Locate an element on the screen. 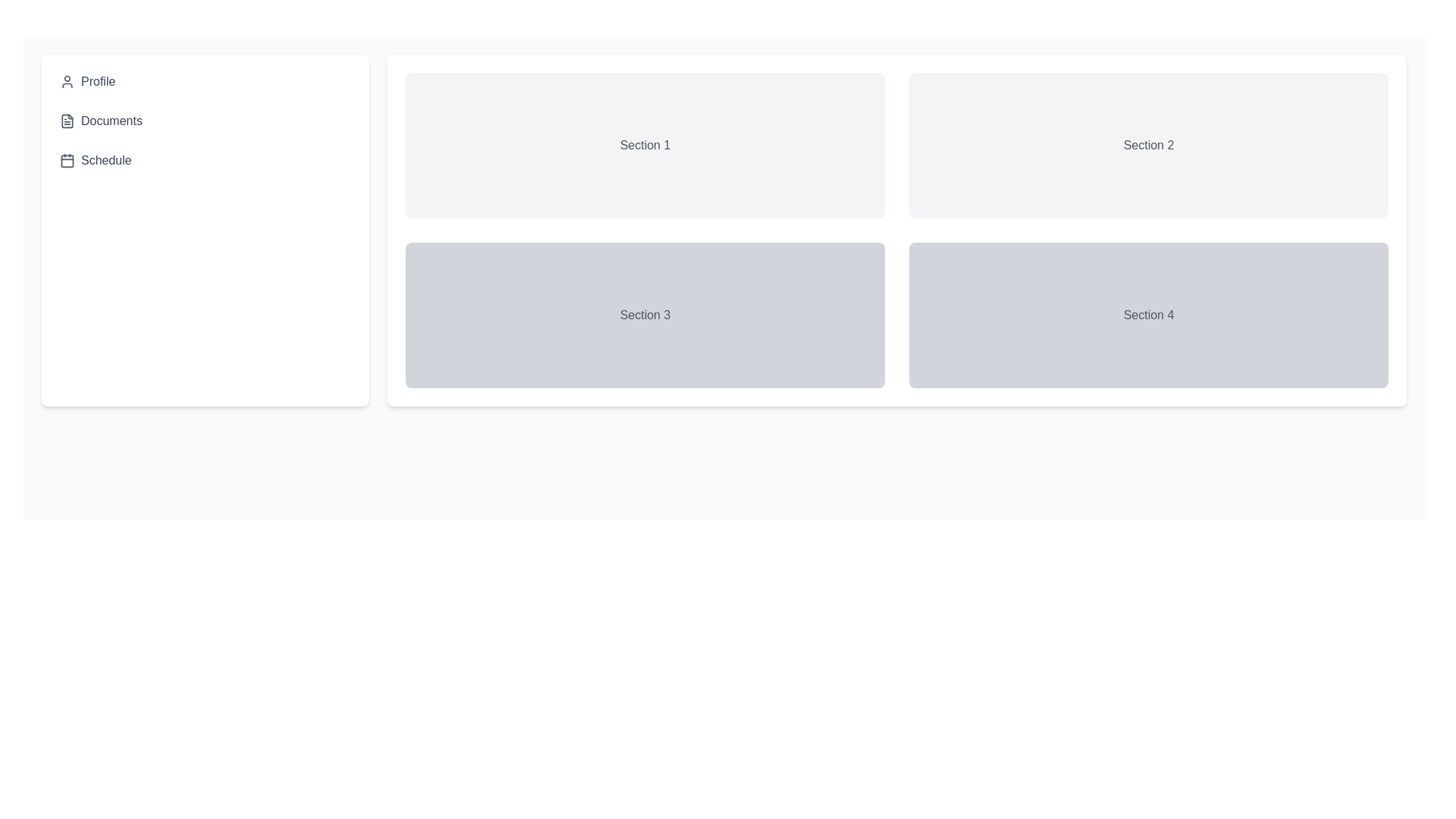  the 'Profile' text label displayed in gray font within the sidebar, which is the first text label in its group following a user silhouette icon is located at coordinates (97, 82).